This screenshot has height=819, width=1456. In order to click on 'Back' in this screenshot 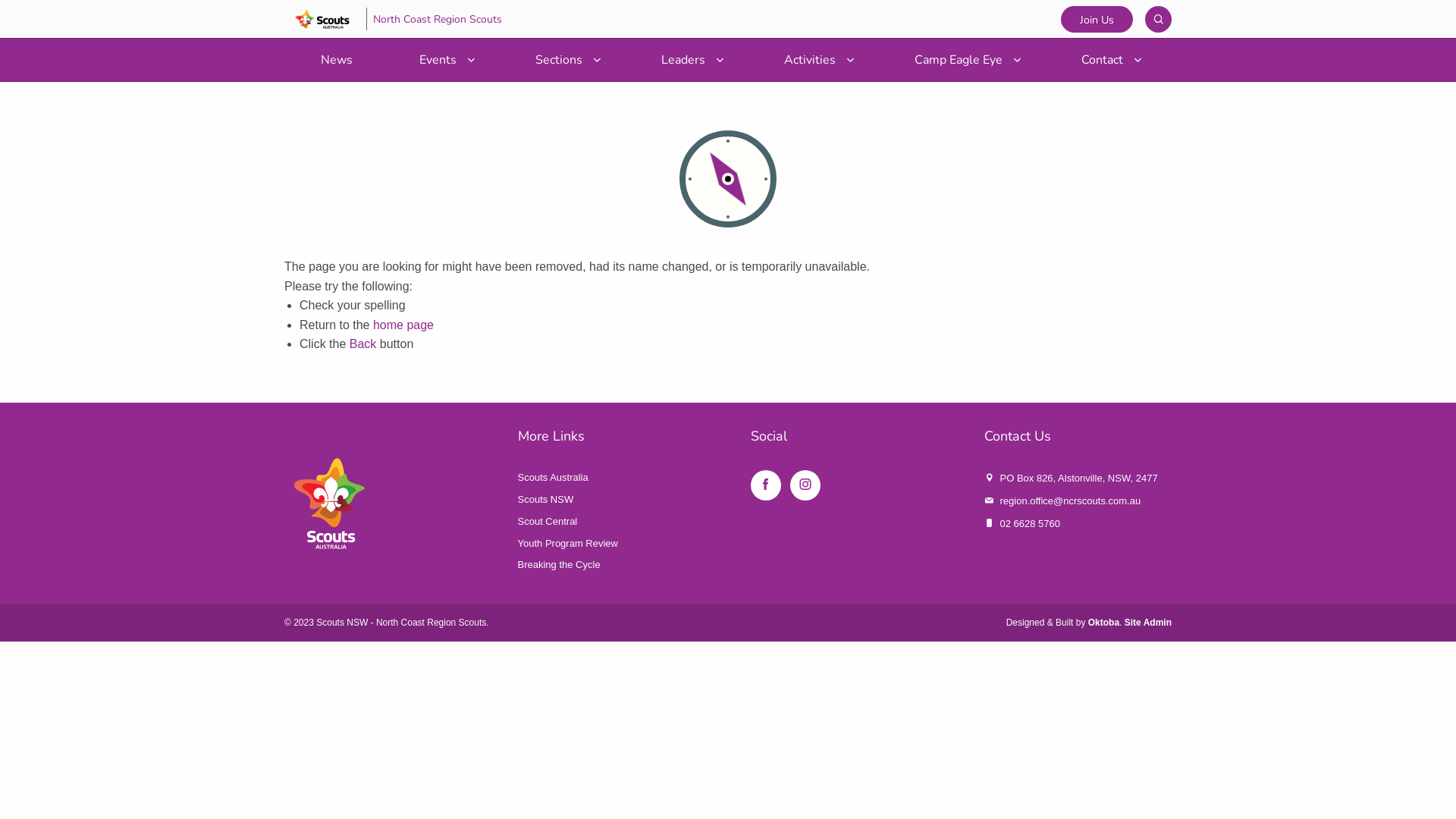, I will do `click(362, 344)`.